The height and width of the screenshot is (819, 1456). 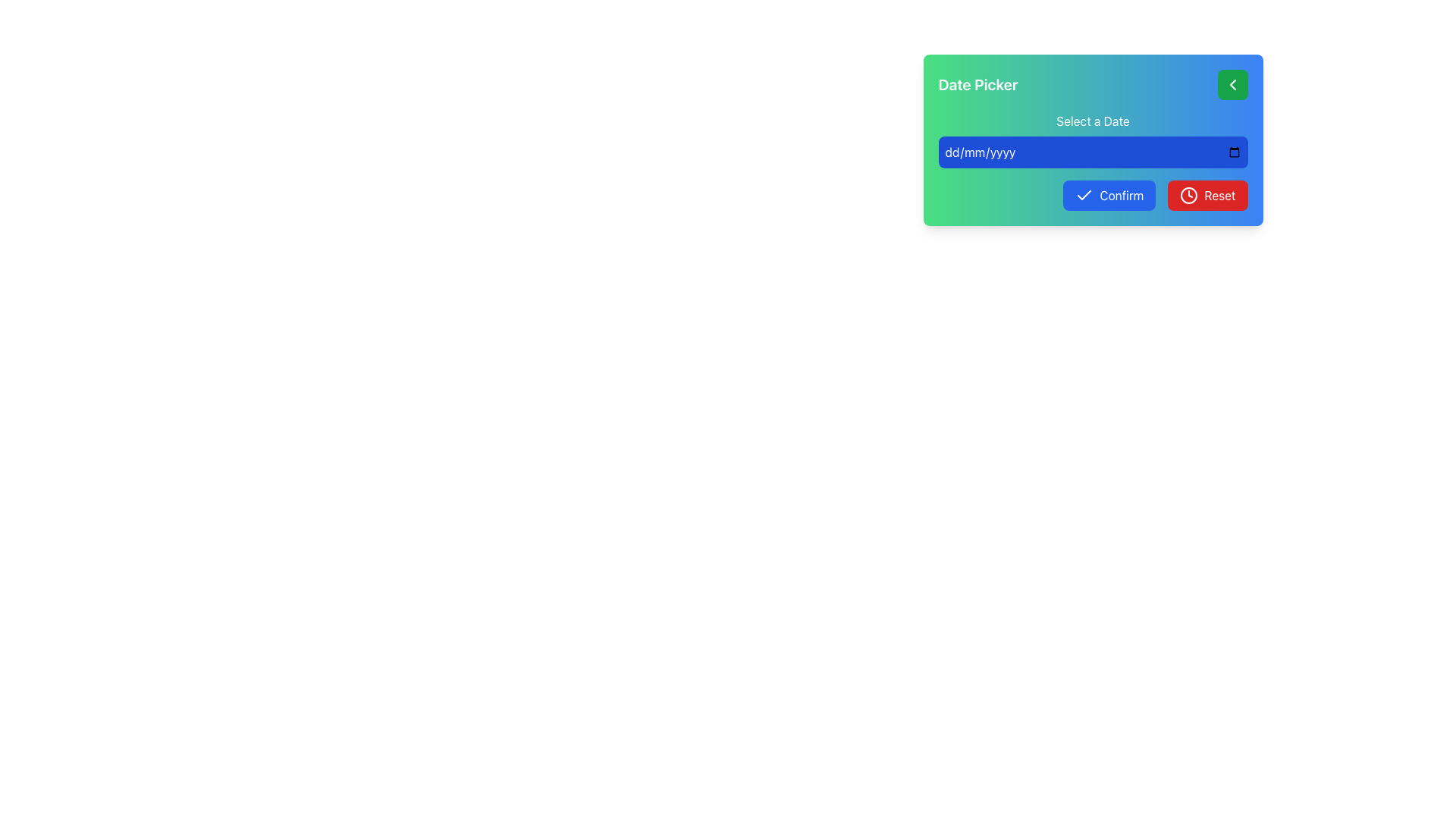 What do you see at coordinates (1084, 195) in the screenshot?
I see `the checkmark icon located to the left of the 'Confirm' text within the blue 'Confirm' button in the date picker interface` at bounding box center [1084, 195].